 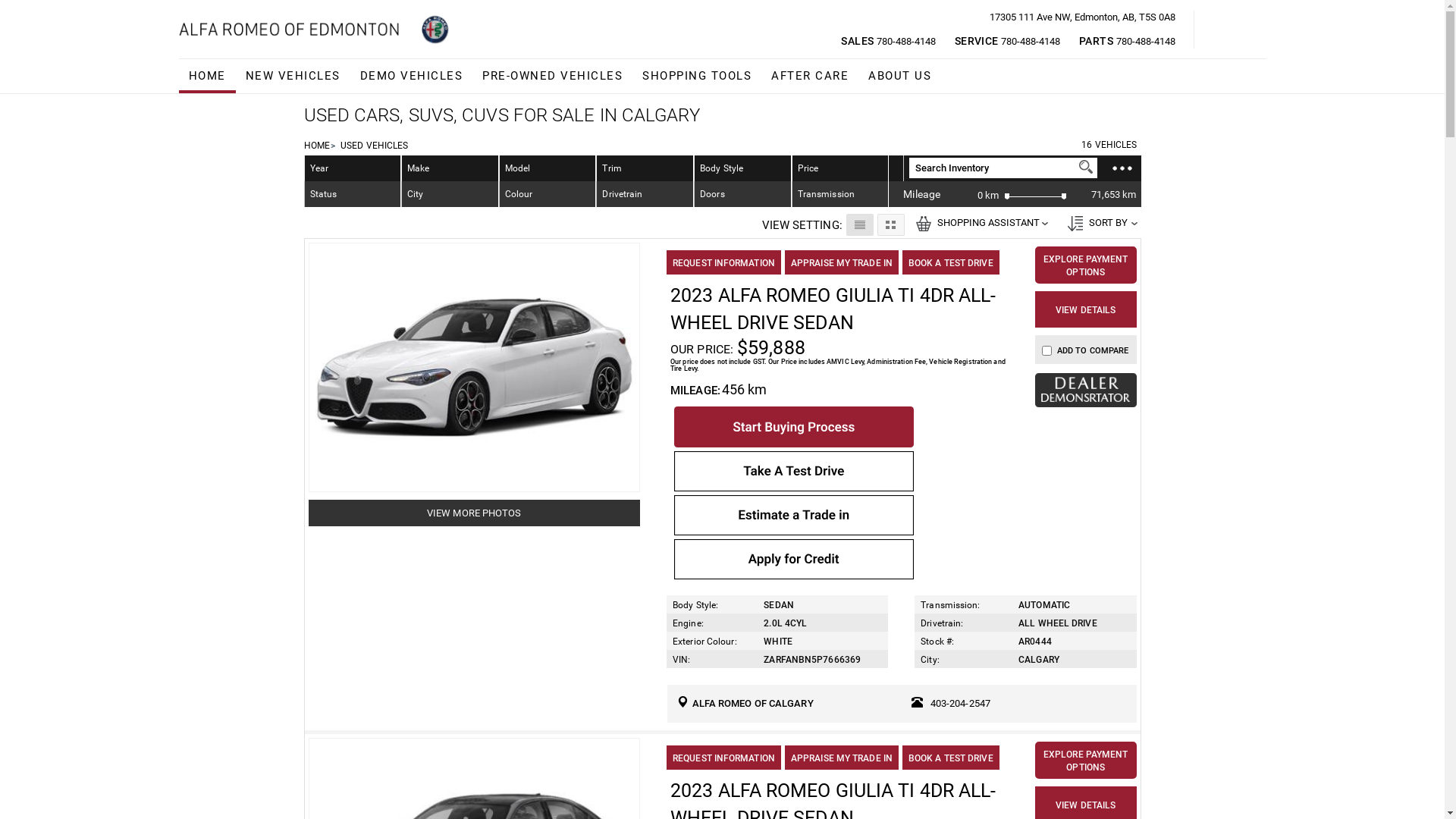 What do you see at coordinates (352, 168) in the screenshot?
I see `'Year'` at bounding box center [352, 168].